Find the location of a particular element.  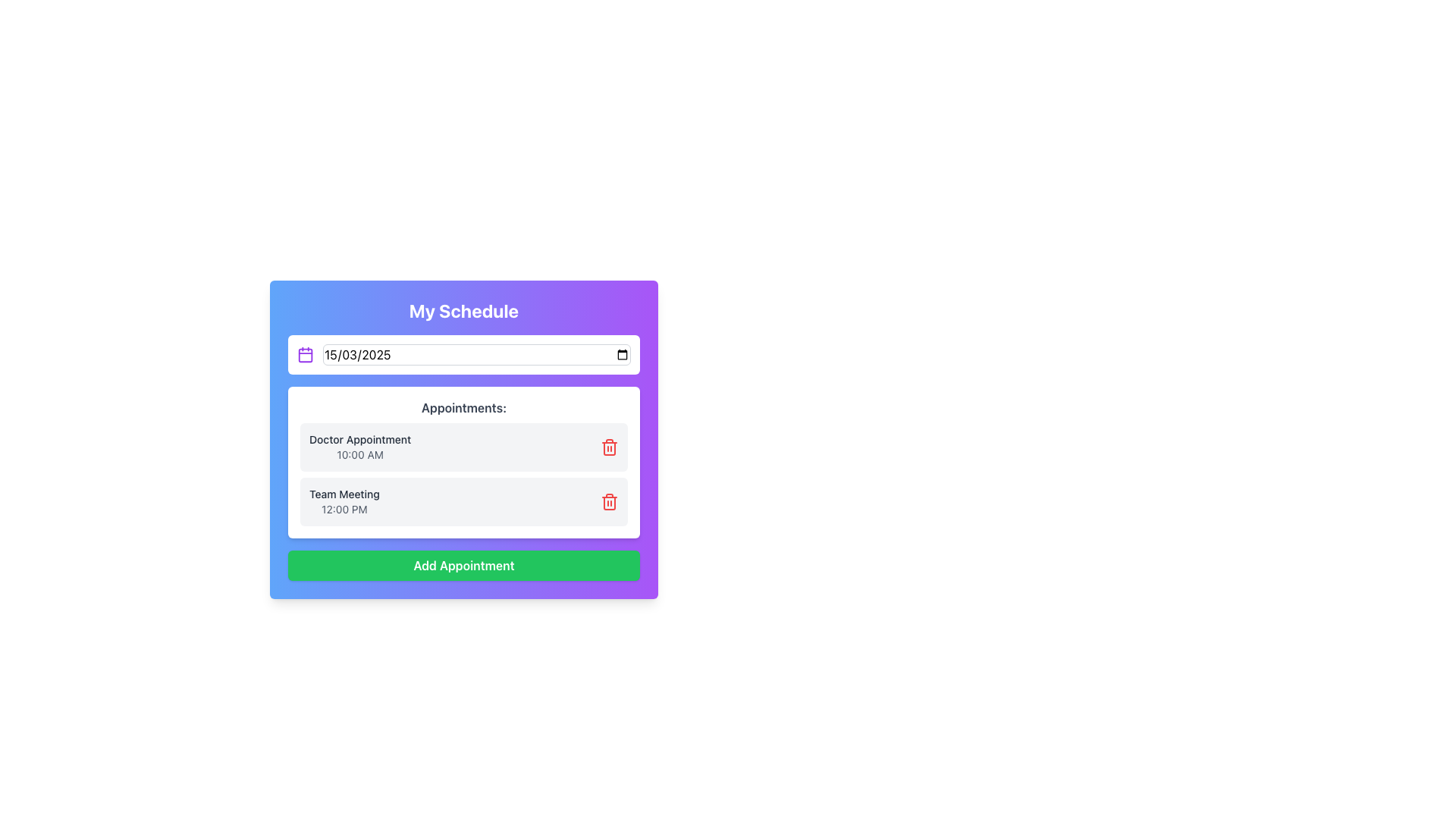

text content displayed in the Text Display of the second appointment card under the 'Appointments' section of the 'My Schedule' interface, which shows the title 'Team Meeting' and the scheduled time '12:00 PM' is located at coordinates (344, 502).